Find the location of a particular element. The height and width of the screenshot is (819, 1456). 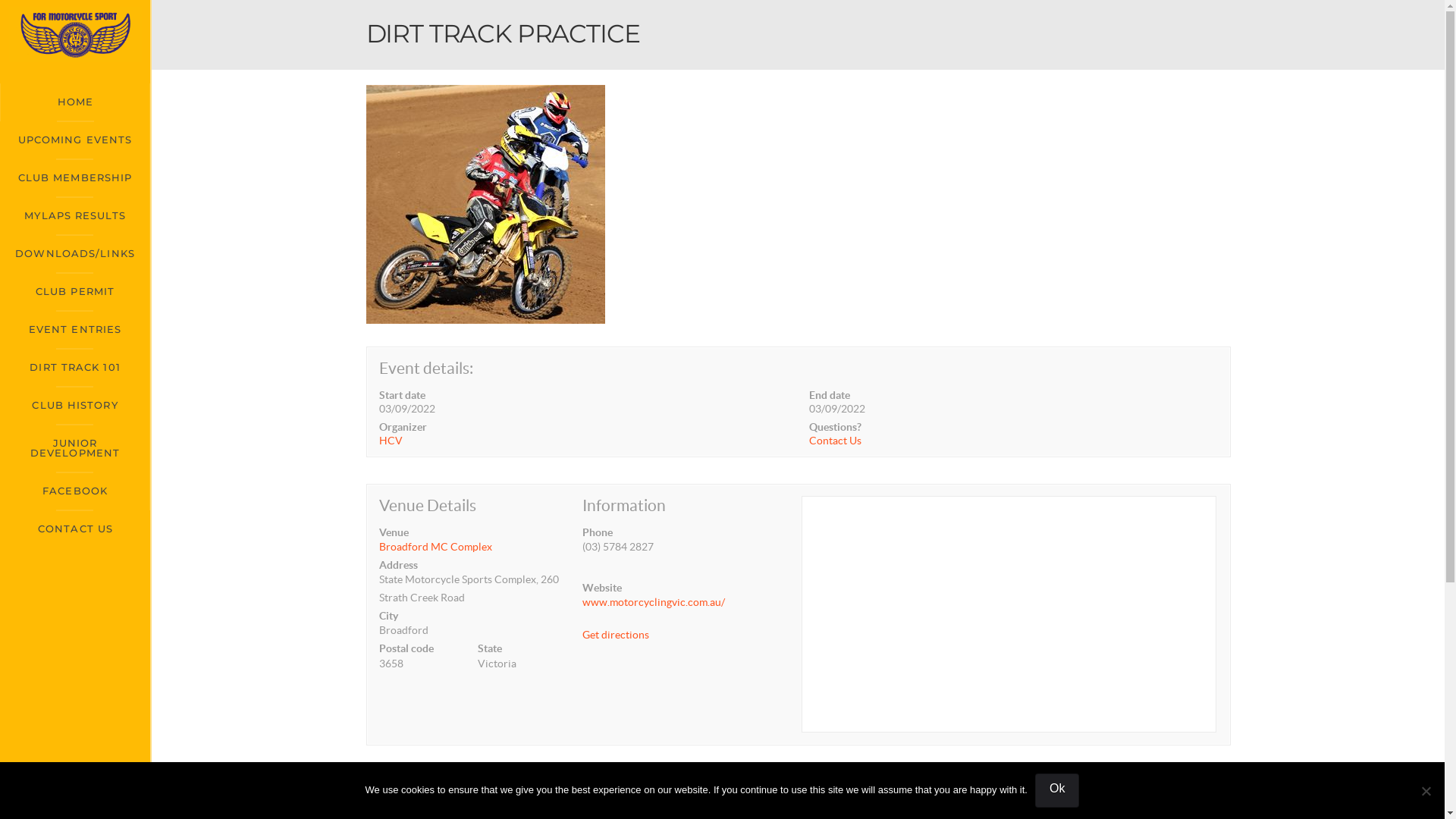

'CLUB MEMBERSHIP' is located at coordinates (74, 177).